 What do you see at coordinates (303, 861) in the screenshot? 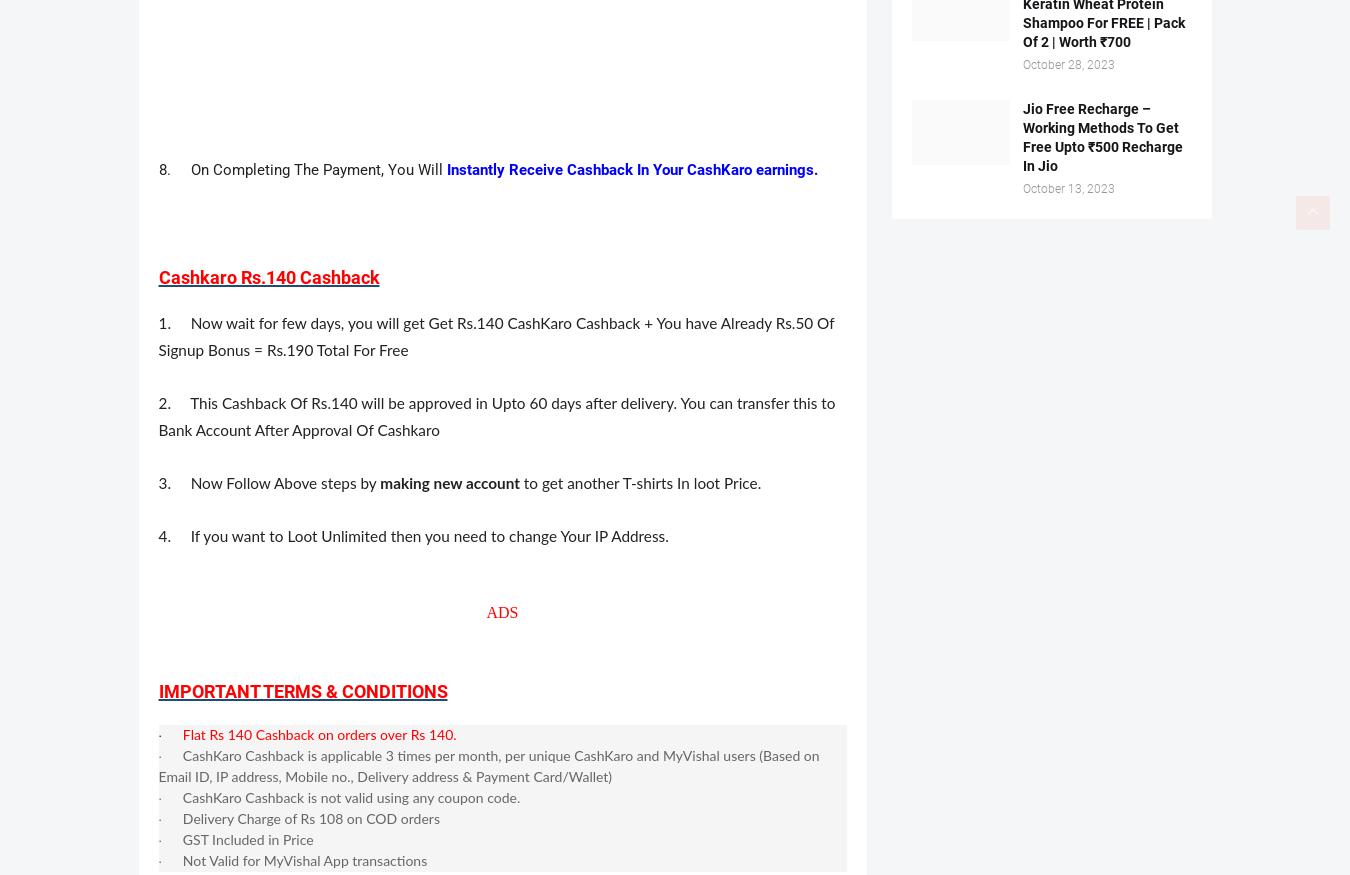
I see `'Not Valid for MyVishal App transactions'` at bounding box center [303, 861].